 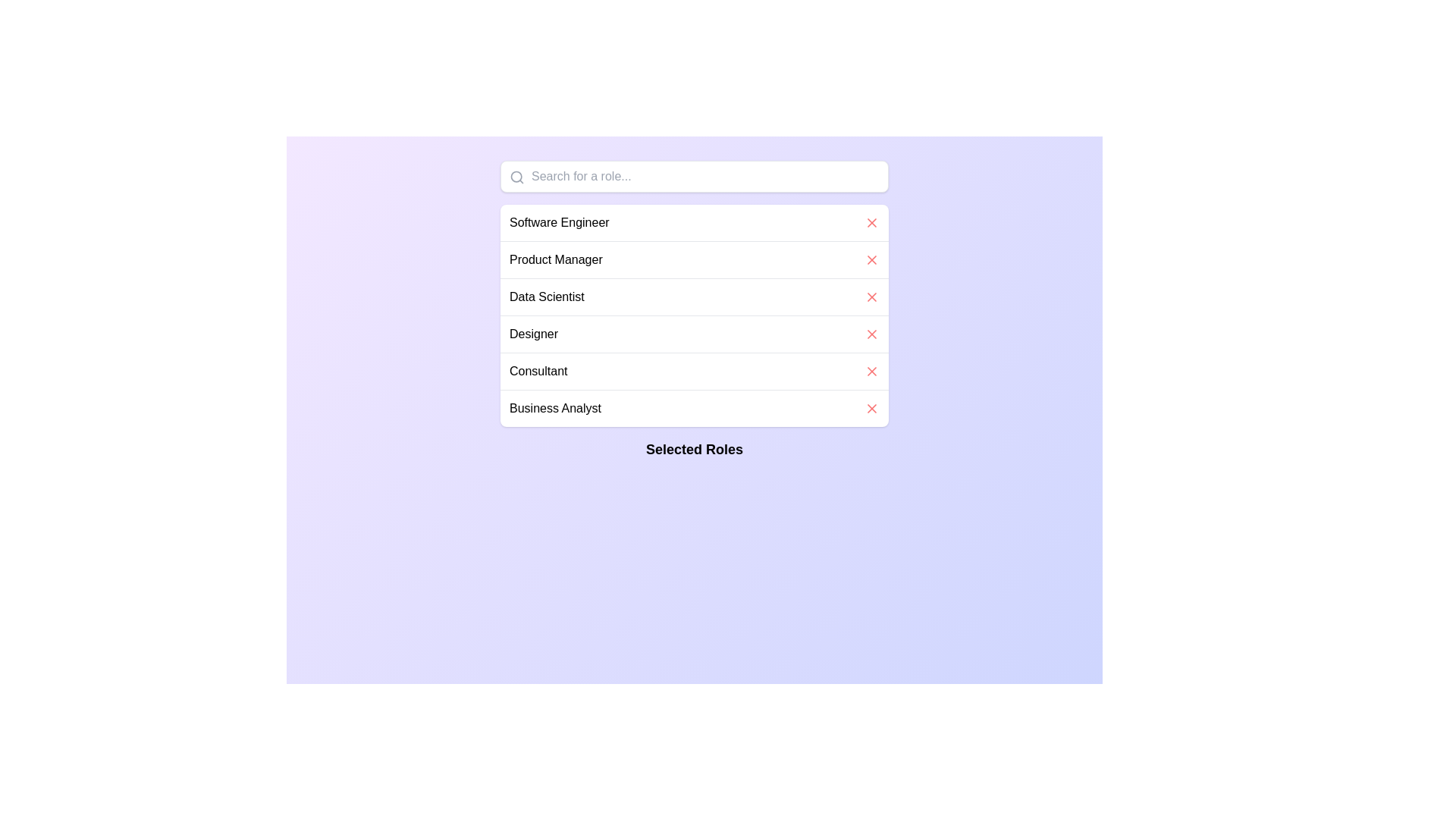 I want to click on the text label representing the role located in the fifth row of the centrally aligned list below the search bar, so click(x=538, y=371).